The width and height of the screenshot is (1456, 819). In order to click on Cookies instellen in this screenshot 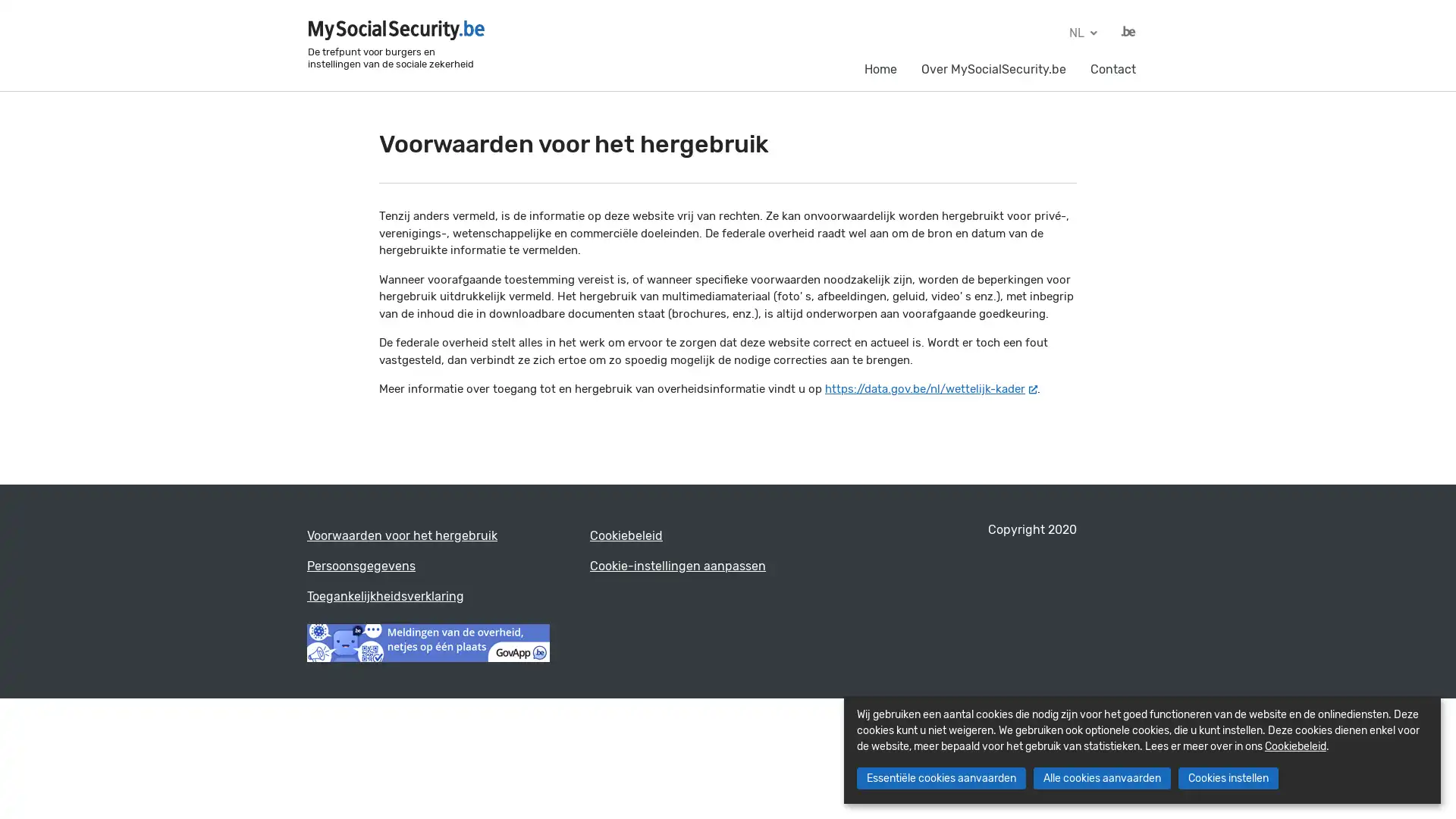, I will do `click(1227, 778)`.